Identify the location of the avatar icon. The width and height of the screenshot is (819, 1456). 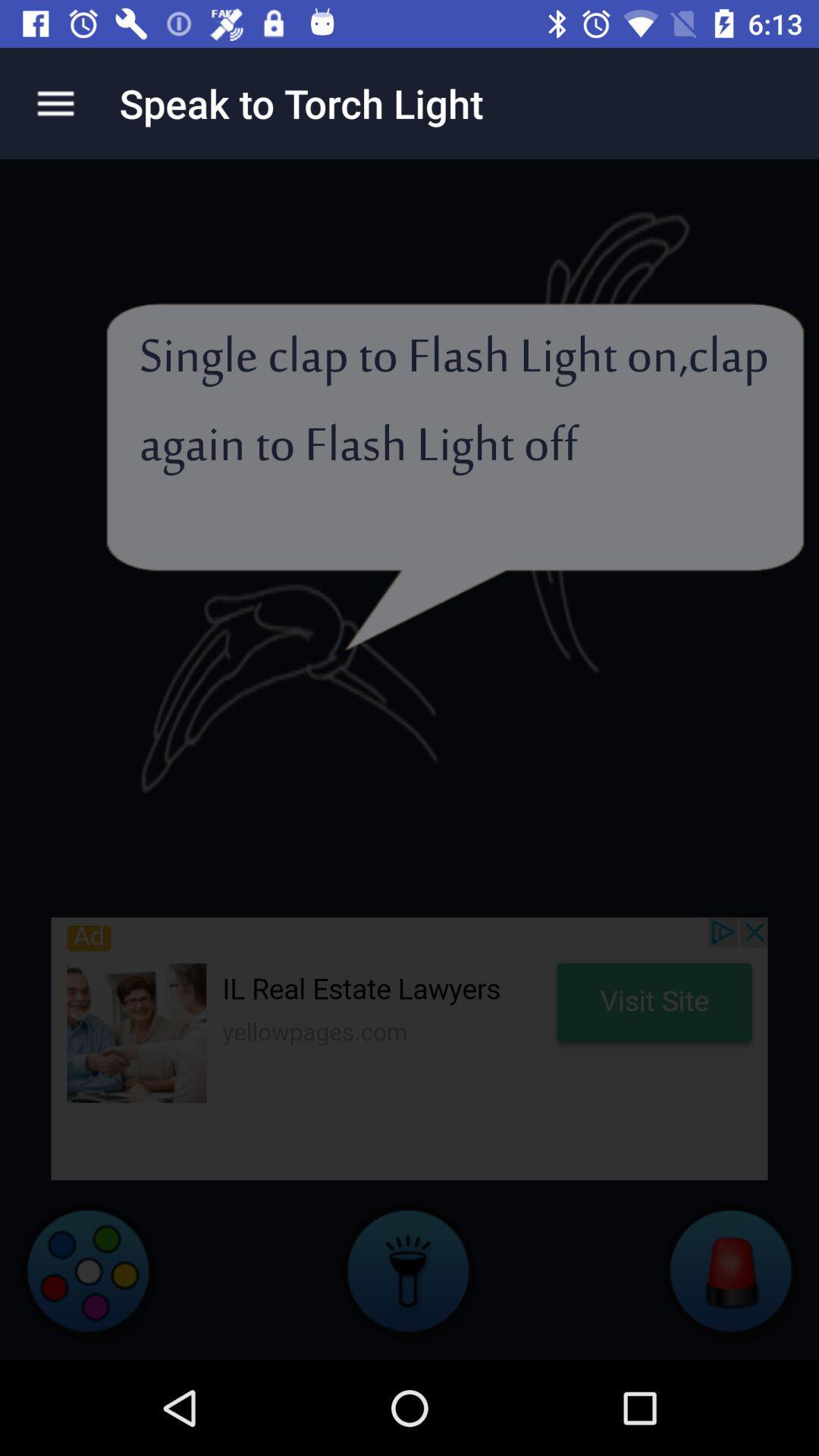
(730, 1270).